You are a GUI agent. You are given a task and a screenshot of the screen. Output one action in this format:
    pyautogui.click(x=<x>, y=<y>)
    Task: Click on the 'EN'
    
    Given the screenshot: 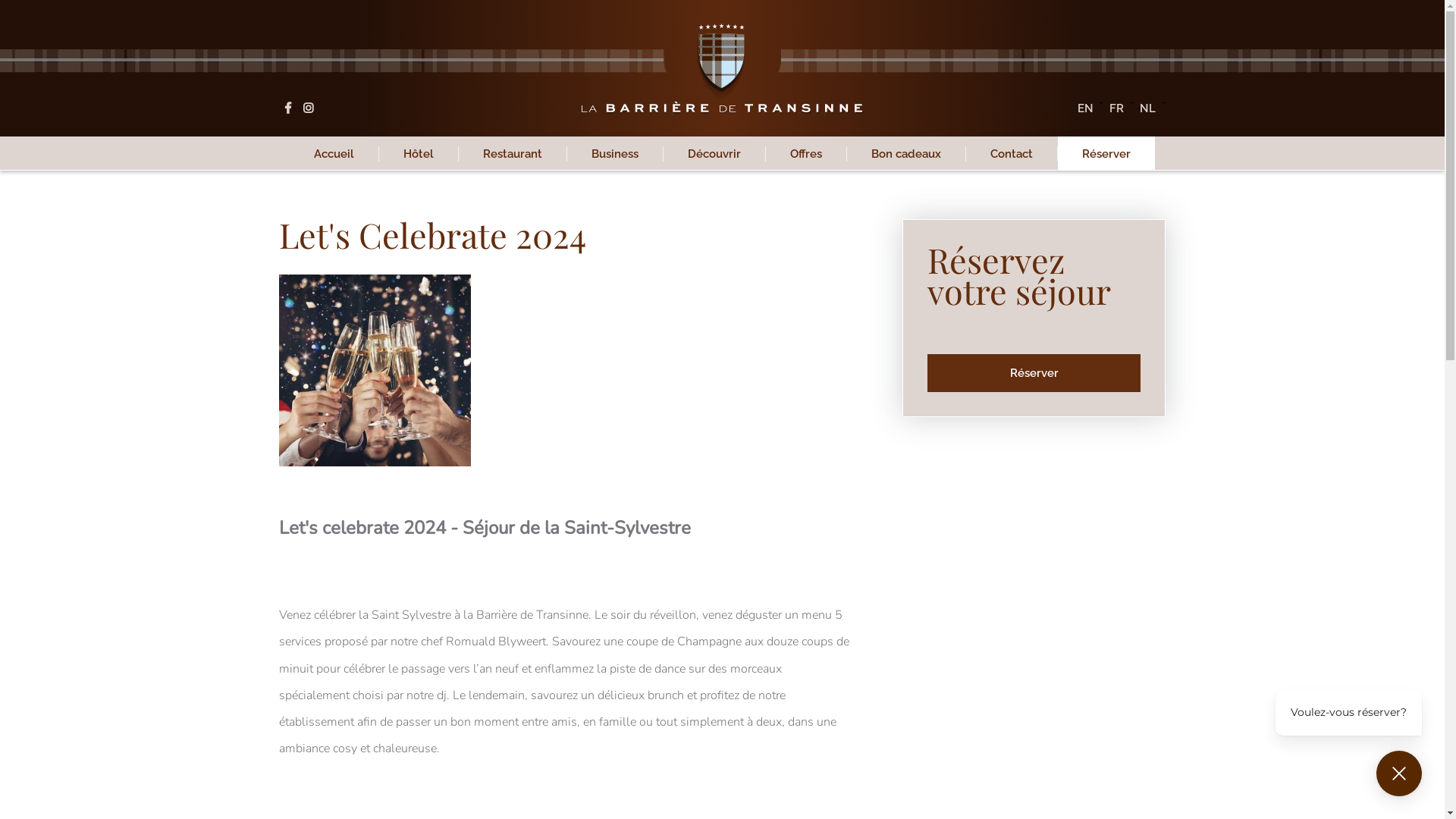 What is the action you would take?
    pyautogui.click(x=1084, y=107)
    